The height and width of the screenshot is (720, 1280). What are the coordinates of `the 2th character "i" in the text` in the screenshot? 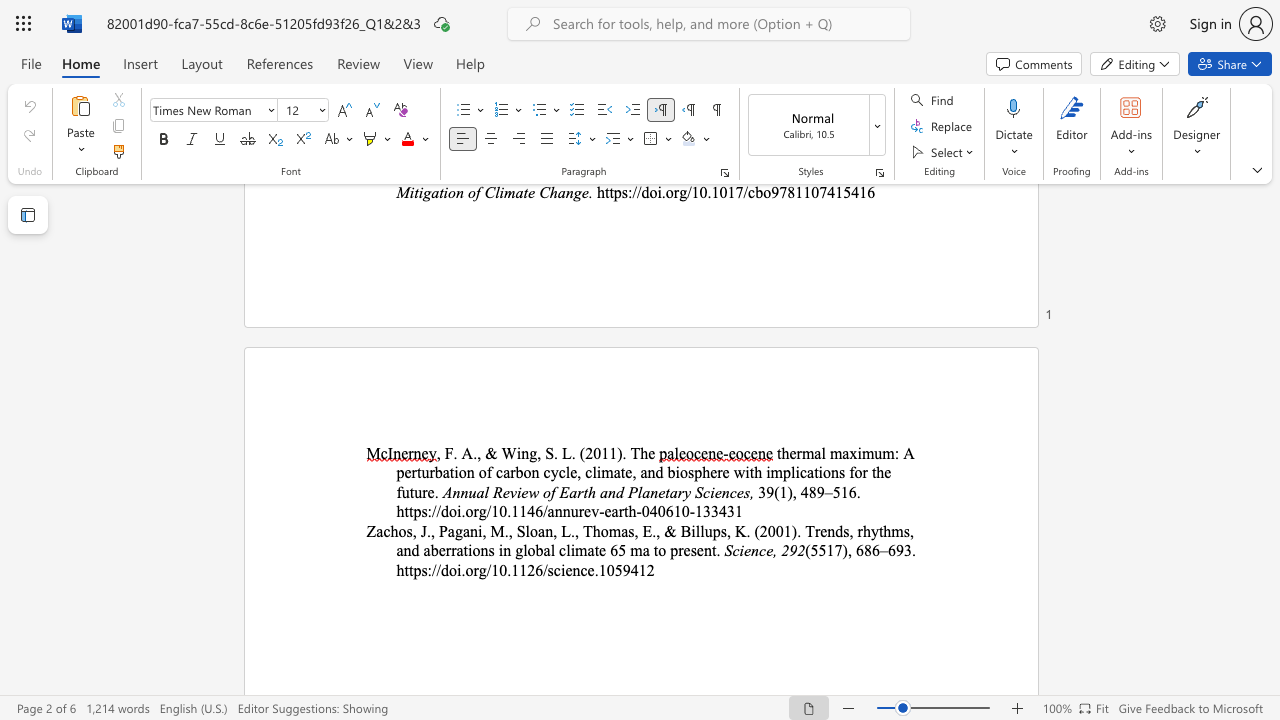 It's located at (562, 570).